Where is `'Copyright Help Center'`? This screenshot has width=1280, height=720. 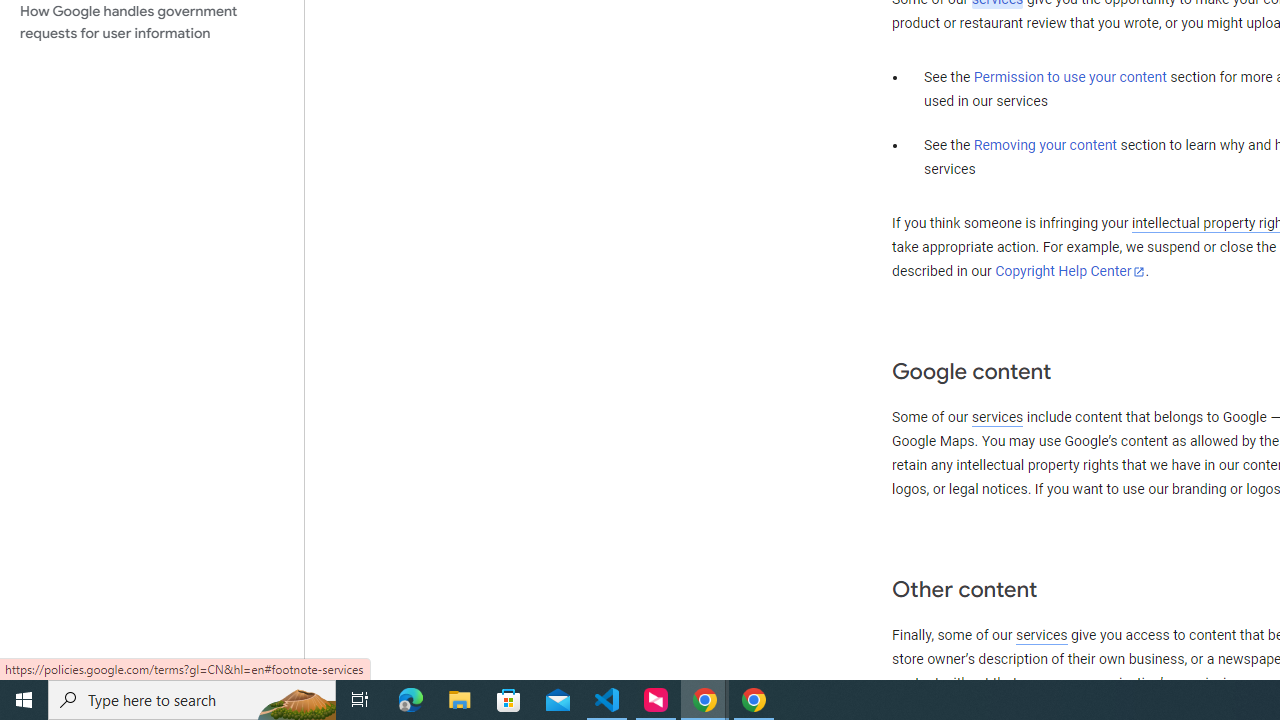
'Copyright Help Center' is located at coordinates (1069, 271).